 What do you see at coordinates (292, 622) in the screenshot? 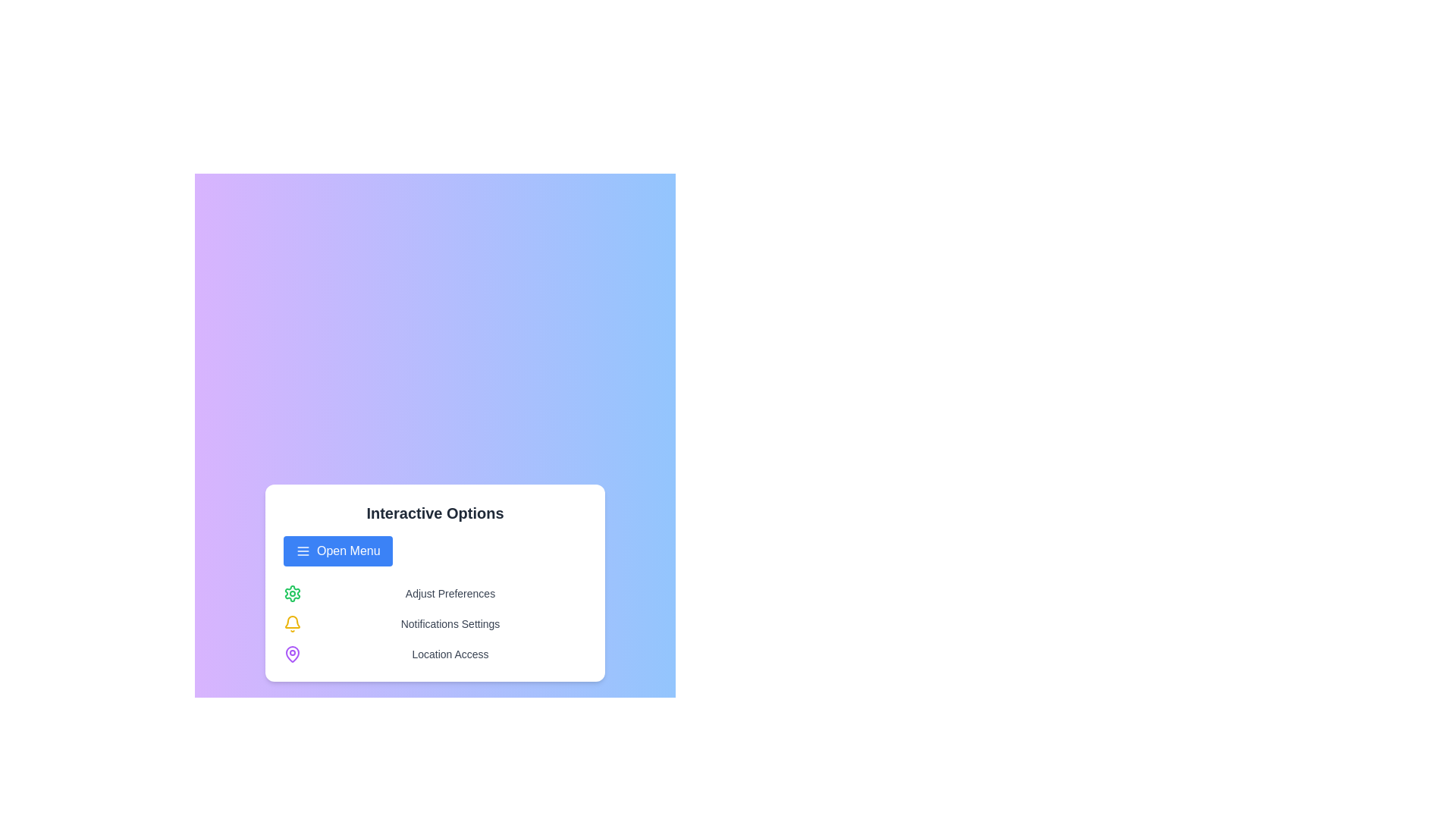
I see `the second bell icon in the vertical list, which is styled with a yellow outline and minimalistic design` at bounding box center [292, 622].